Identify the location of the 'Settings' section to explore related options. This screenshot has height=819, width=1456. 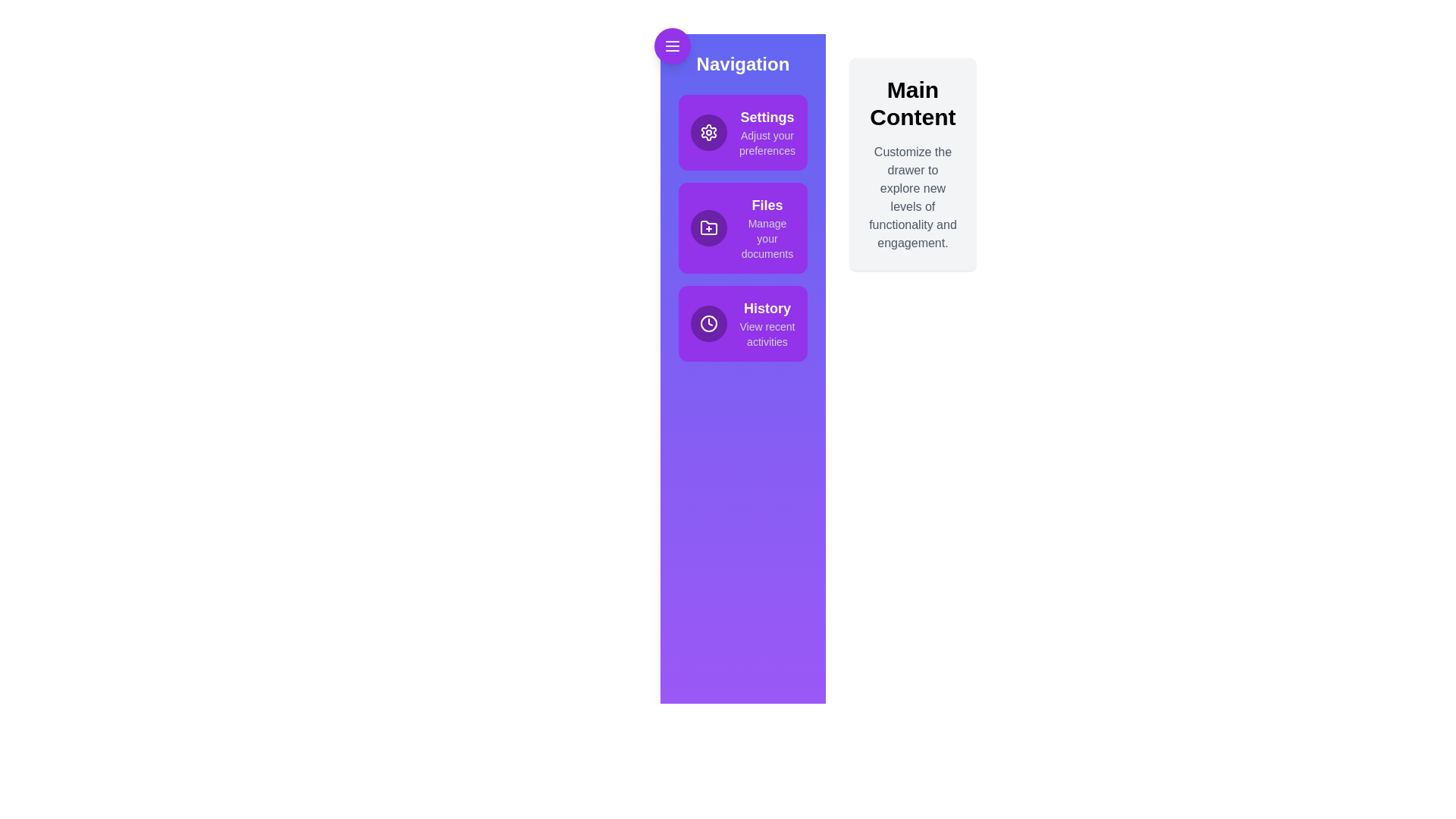
(742, 131).